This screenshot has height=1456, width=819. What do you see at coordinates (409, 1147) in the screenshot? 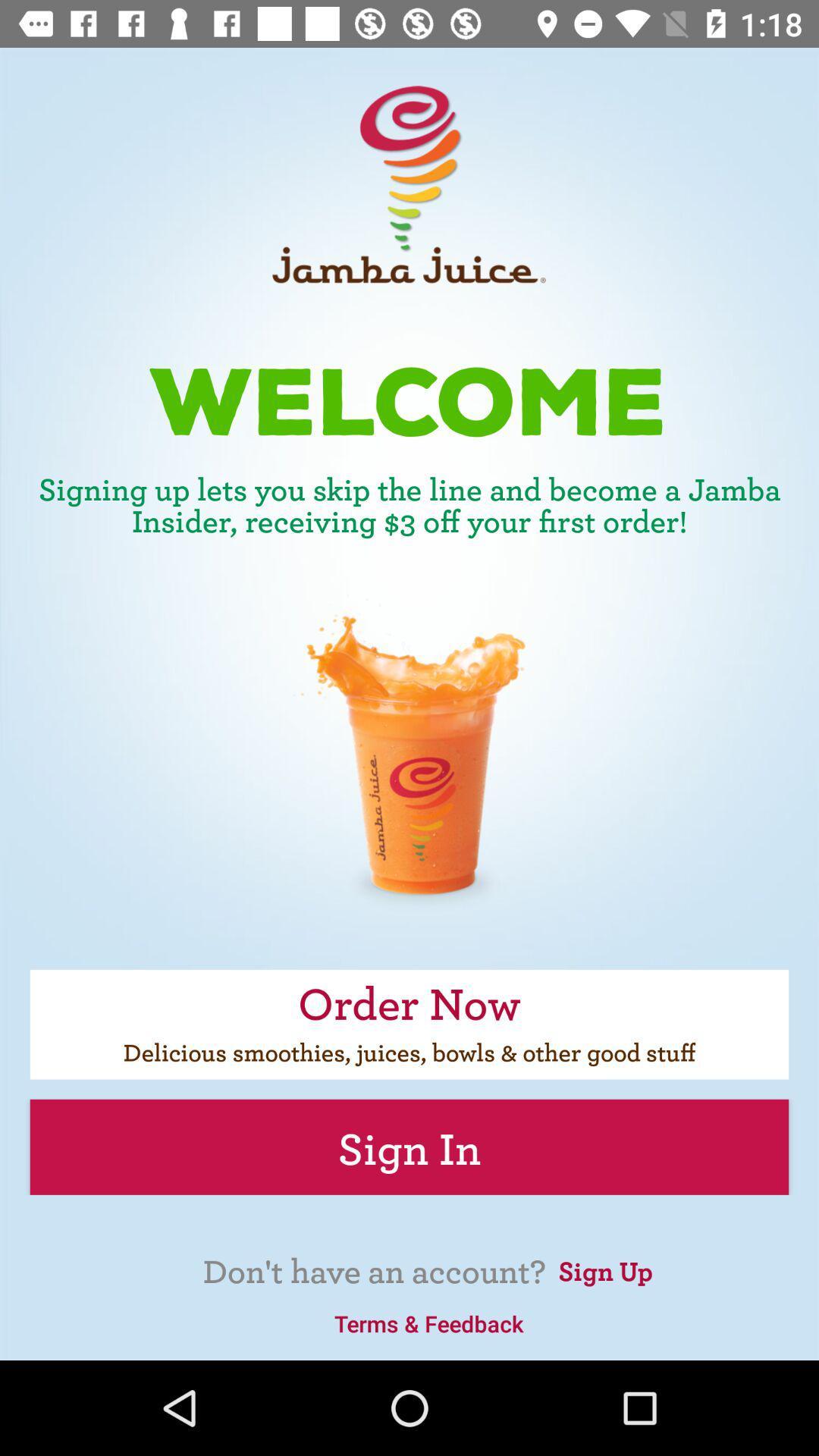
I see `the icon above the sign up icon` at bounding box center [409, 1147].